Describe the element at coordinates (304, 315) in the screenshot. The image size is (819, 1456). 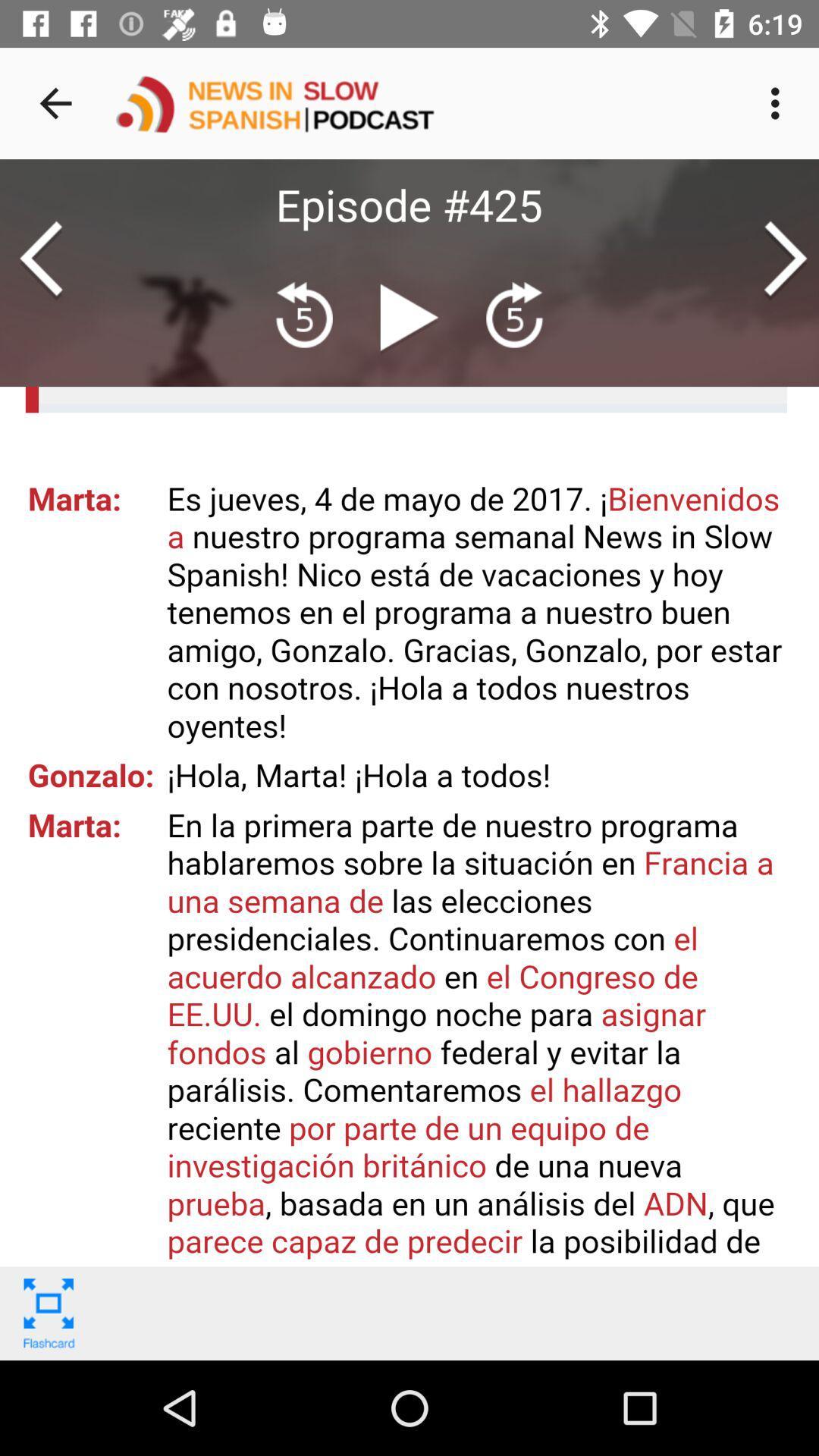
I see `the av_rewind icon` at that location.